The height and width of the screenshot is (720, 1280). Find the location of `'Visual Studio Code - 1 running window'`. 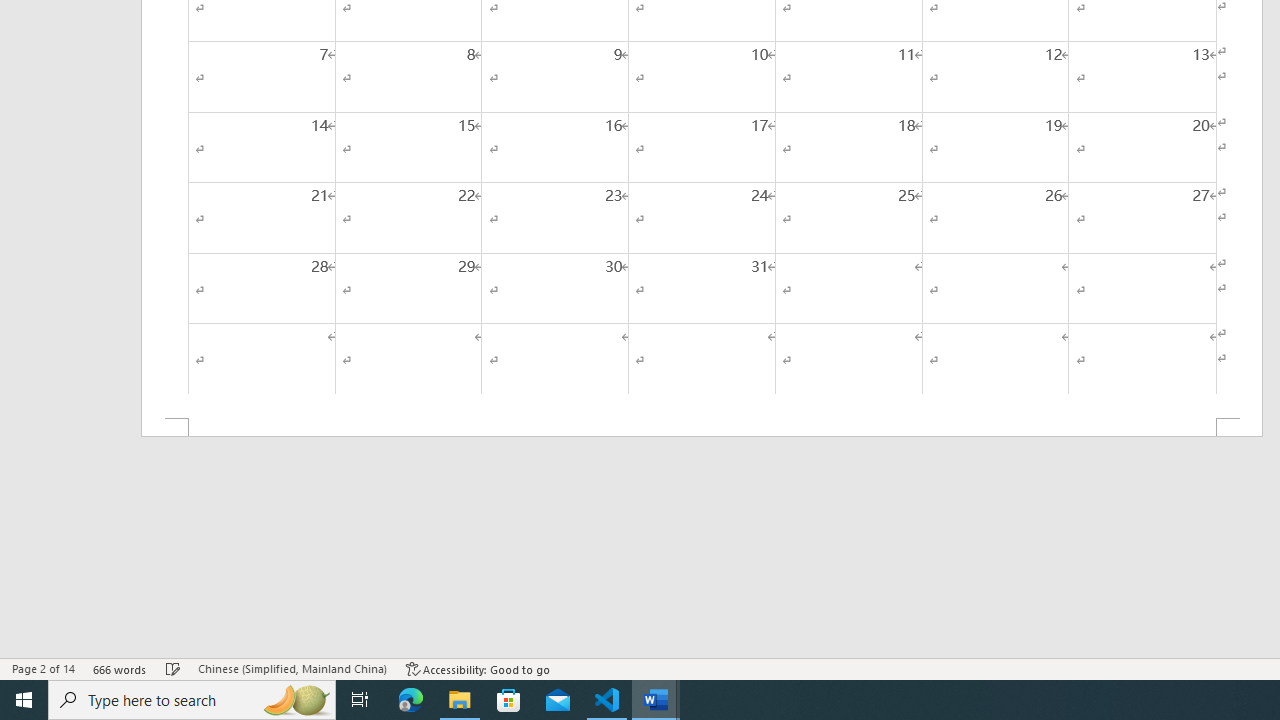

'Visual Studio Code - 1 running window' is located at coordinates (606, 698).